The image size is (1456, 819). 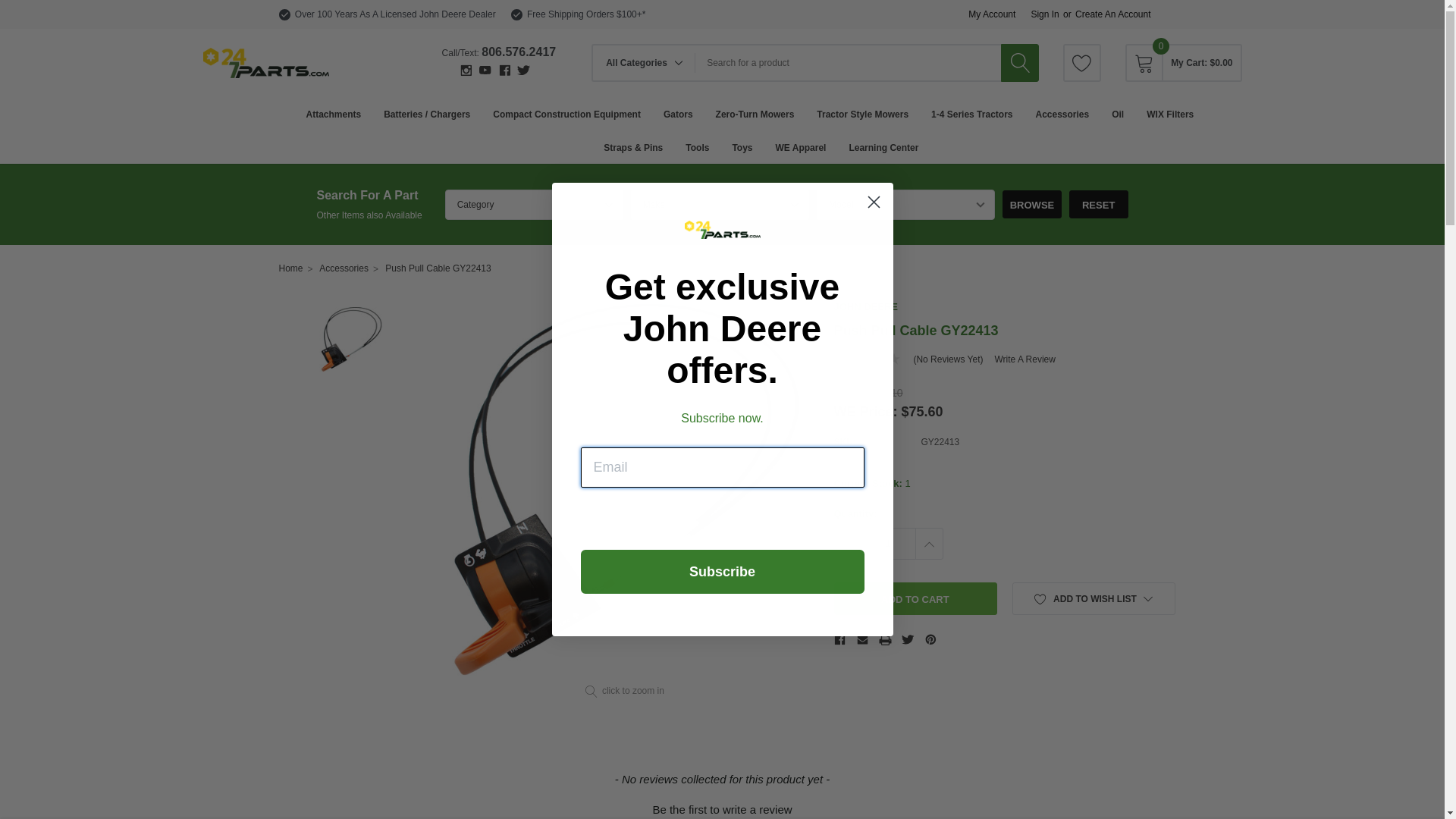 I want to click on '247parts.com', so click(x=265, y=62).